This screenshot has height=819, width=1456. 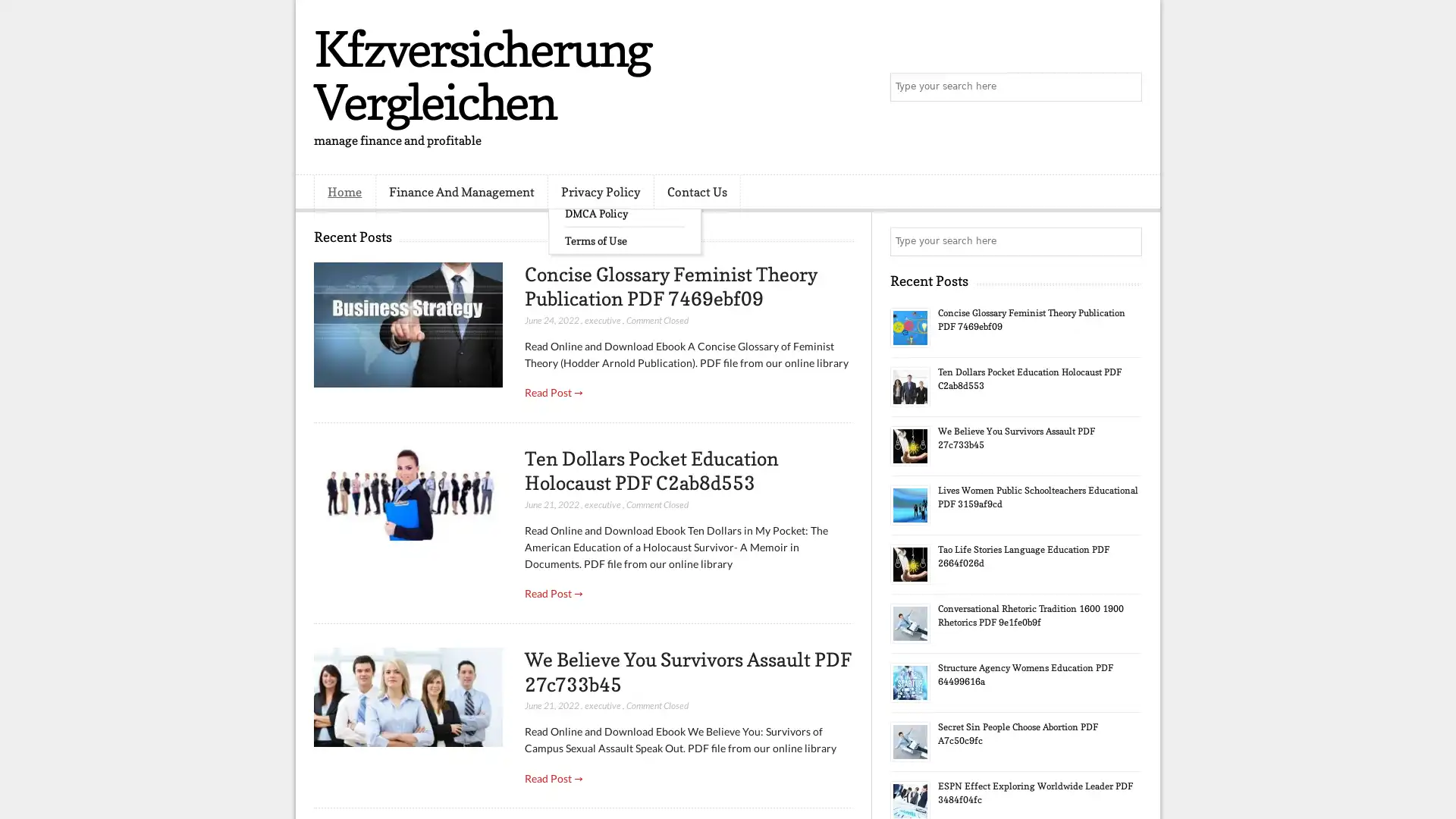 I want to click on Search, so click(x=1126, y=241).